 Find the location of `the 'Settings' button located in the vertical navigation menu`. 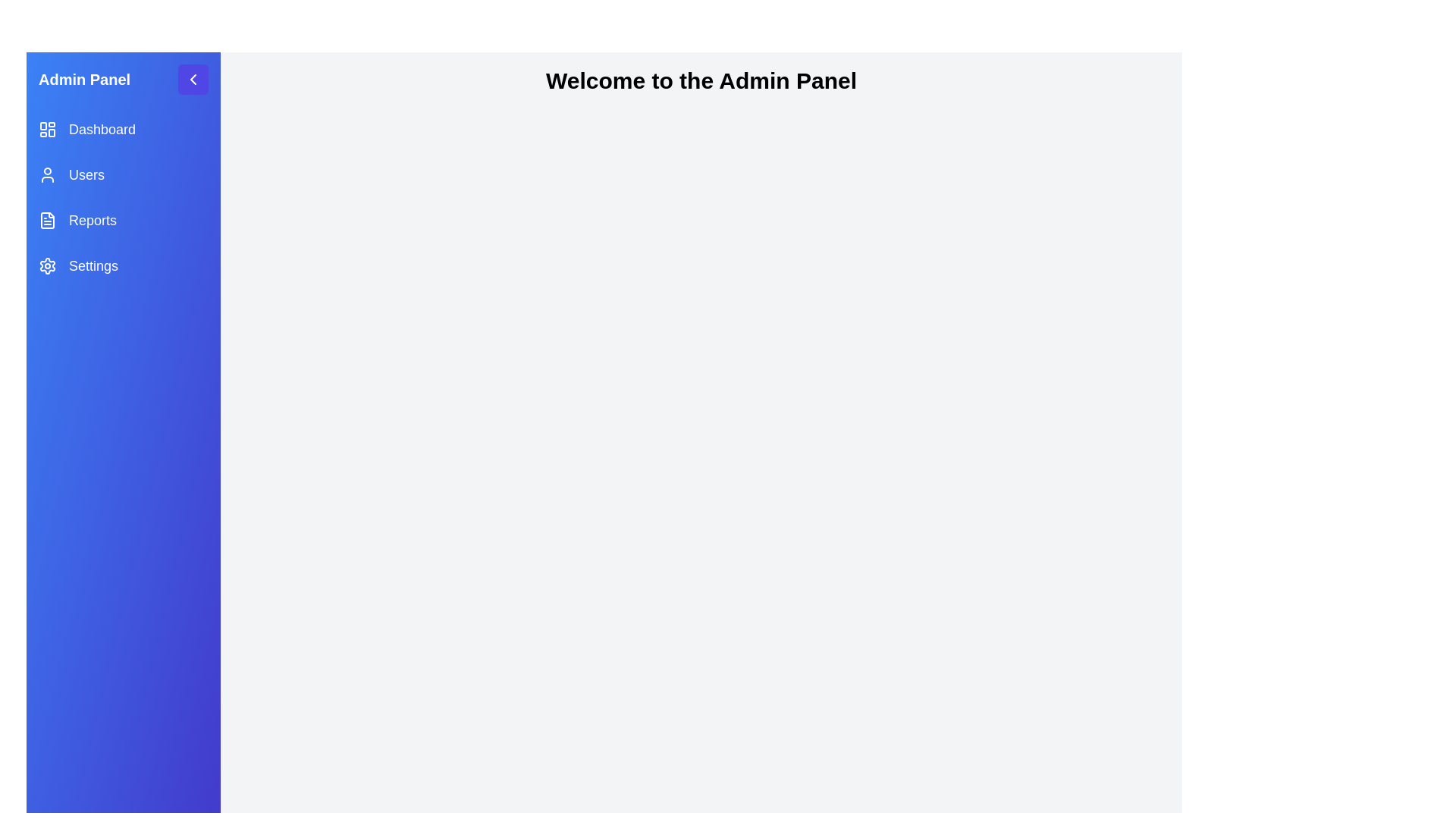

the 'Settings' button located in the vertical navigation menu is located at coordinates (77, 265).